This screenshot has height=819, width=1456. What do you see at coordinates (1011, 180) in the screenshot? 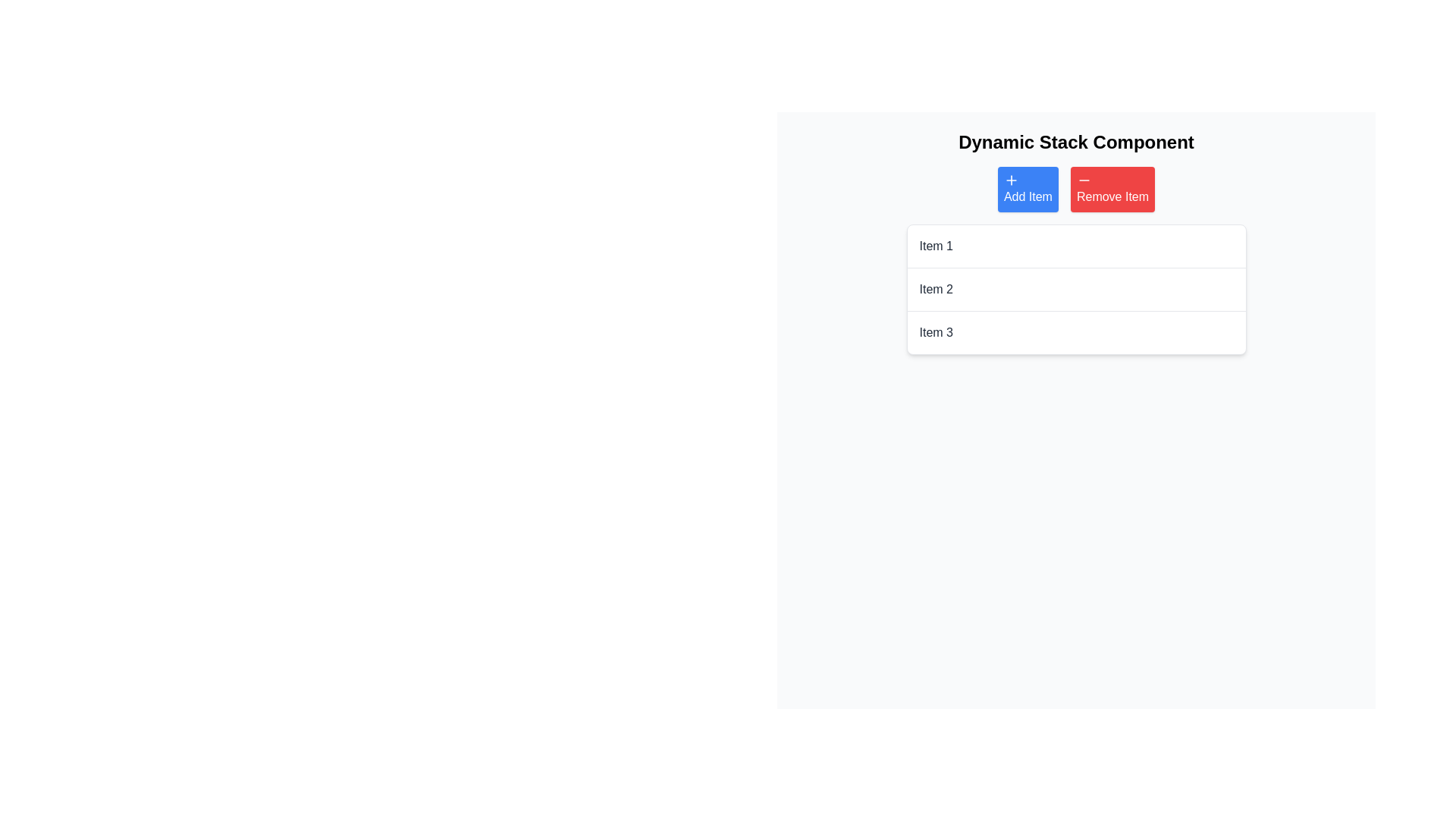
I see `the 'Add Item' button which contains the icon for adding a new item to the stack, located to the left of the red 'Remove Item' button and below the title 'Dynamic Stack Component'` at bounding box center [1011, 180].